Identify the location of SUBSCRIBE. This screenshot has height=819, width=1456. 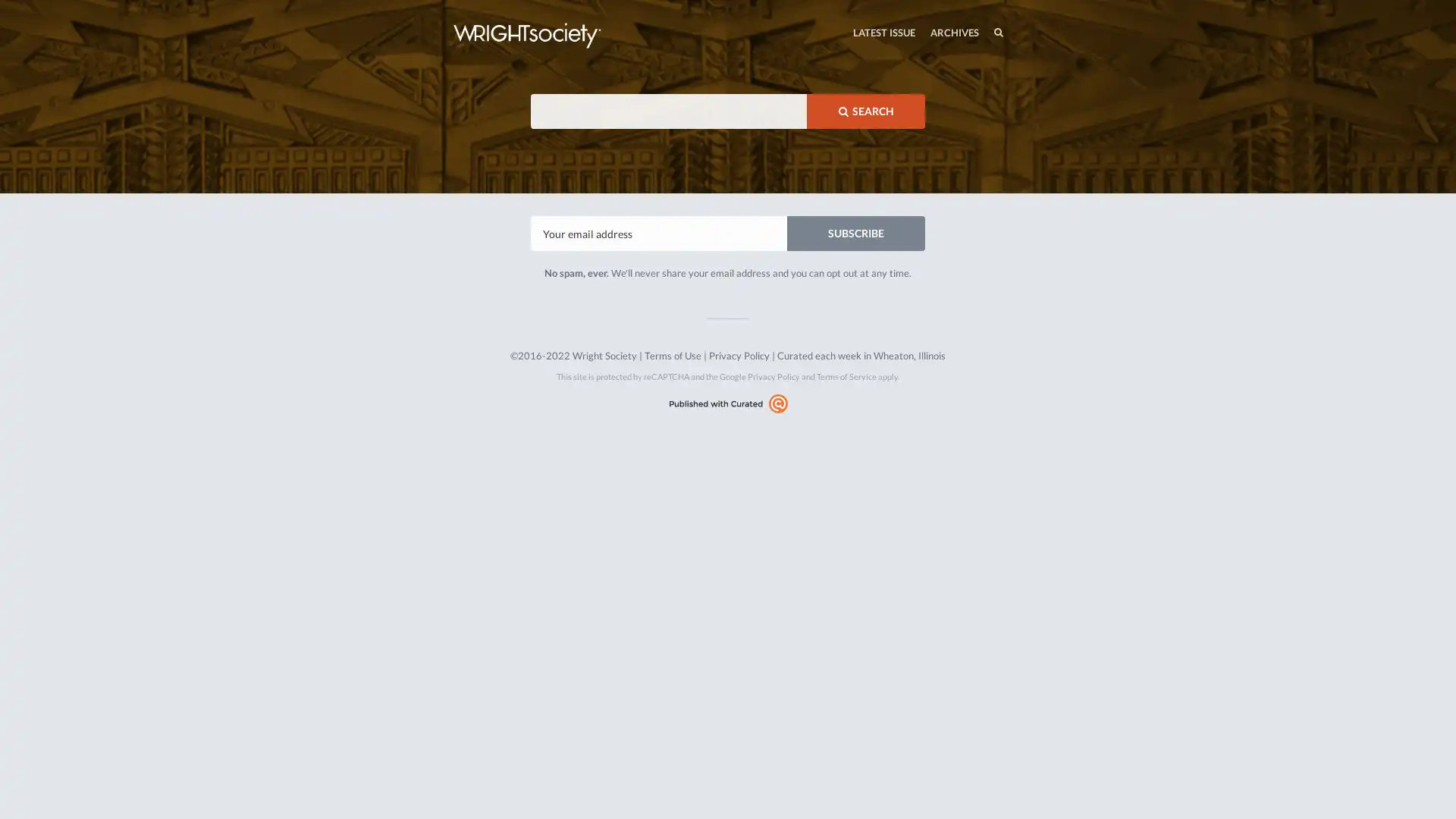
(855, 234).